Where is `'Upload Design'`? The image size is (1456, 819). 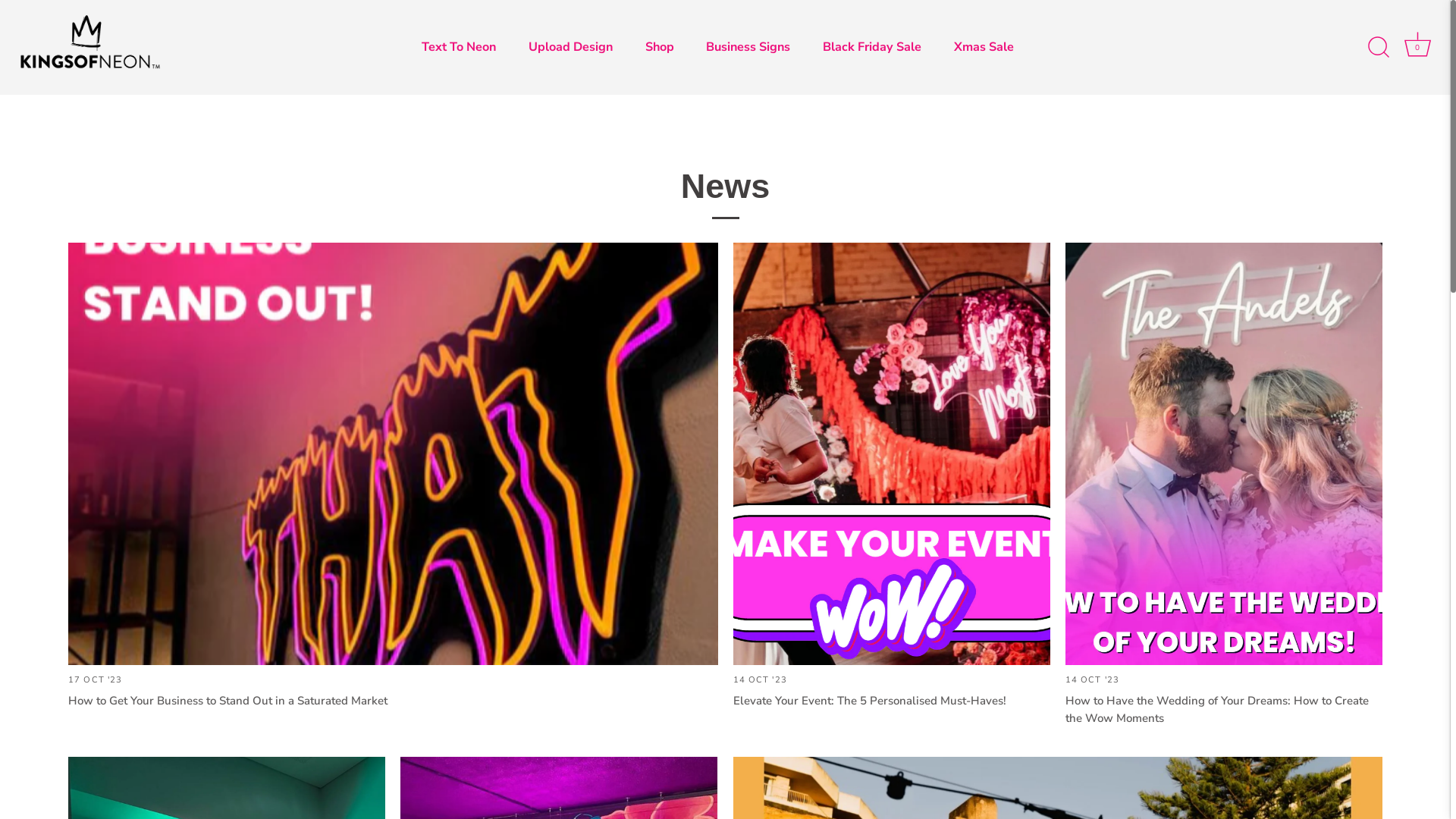
'Upload Design' is located at coordinates (570, 46).